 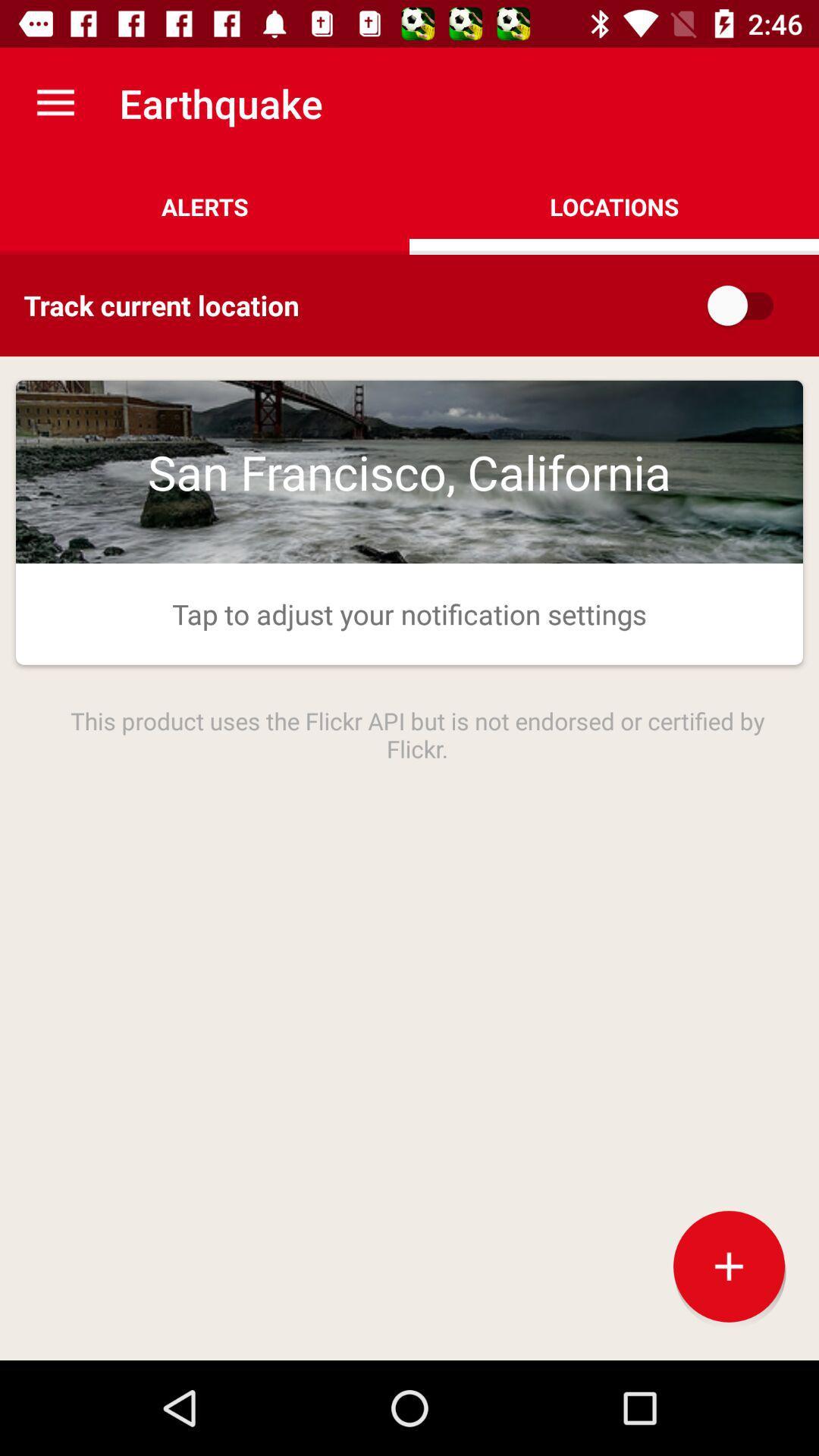 What do you see at coordinates (205, 206) in the screenshot?
I see `app to the left of the locations app` at bounding box center [205, 206].